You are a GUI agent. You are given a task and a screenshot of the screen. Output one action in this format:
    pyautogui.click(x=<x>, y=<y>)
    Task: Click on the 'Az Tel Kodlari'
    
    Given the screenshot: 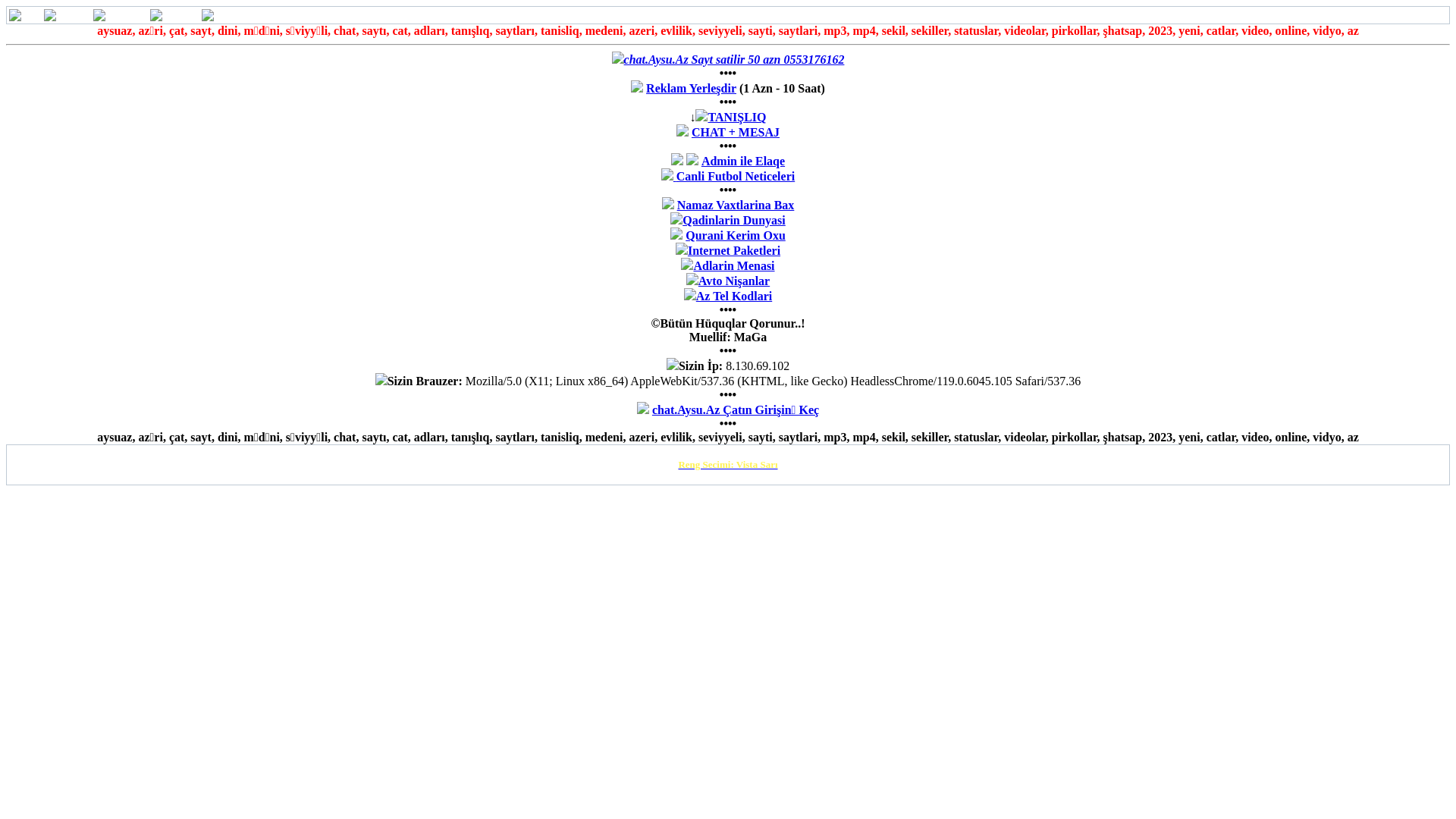 What is the action you would take?
    pyautogui.click(x=734, y=296)
    